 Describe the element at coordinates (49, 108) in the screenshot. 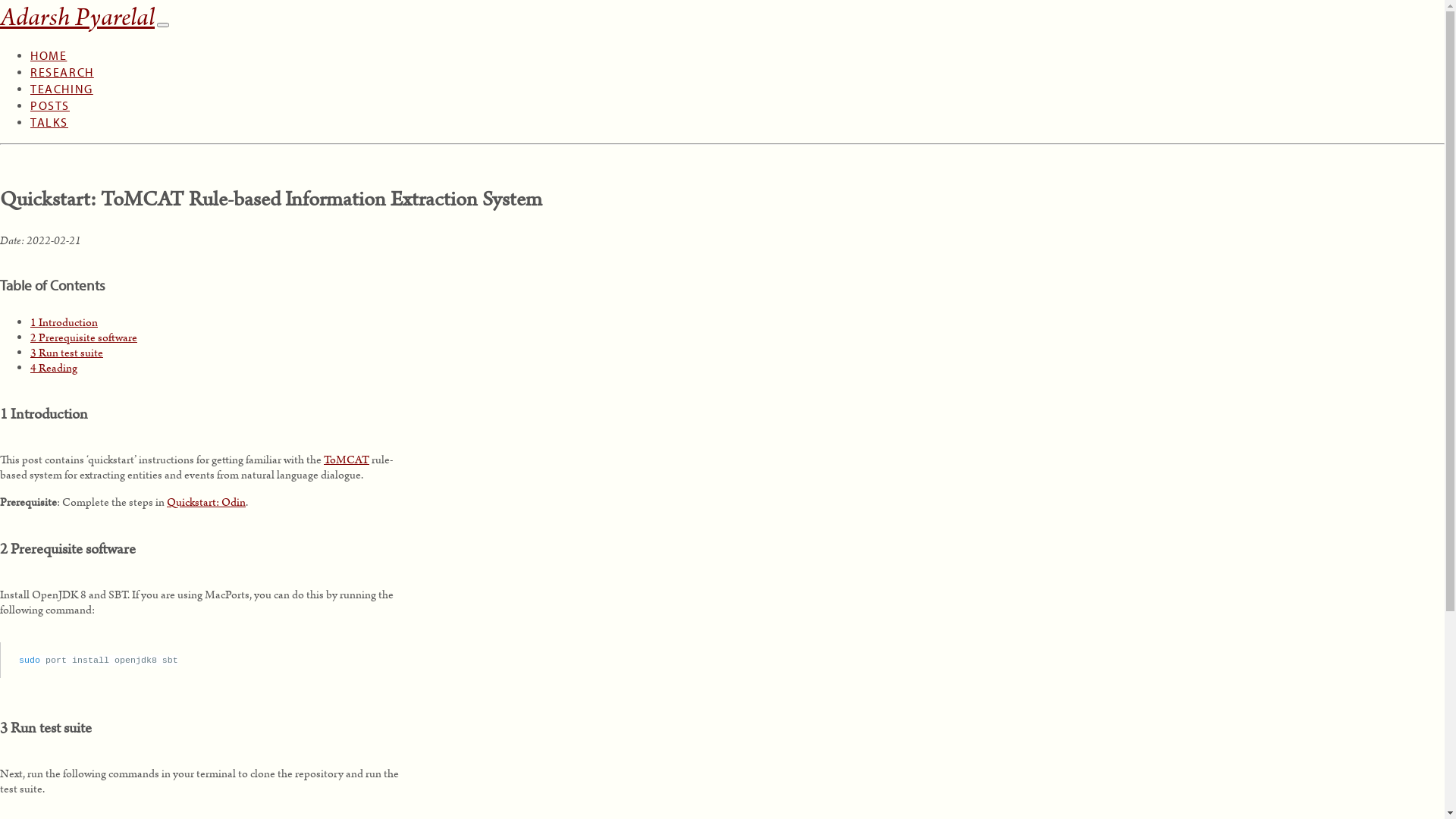

I see `'TALKS'` at that location.